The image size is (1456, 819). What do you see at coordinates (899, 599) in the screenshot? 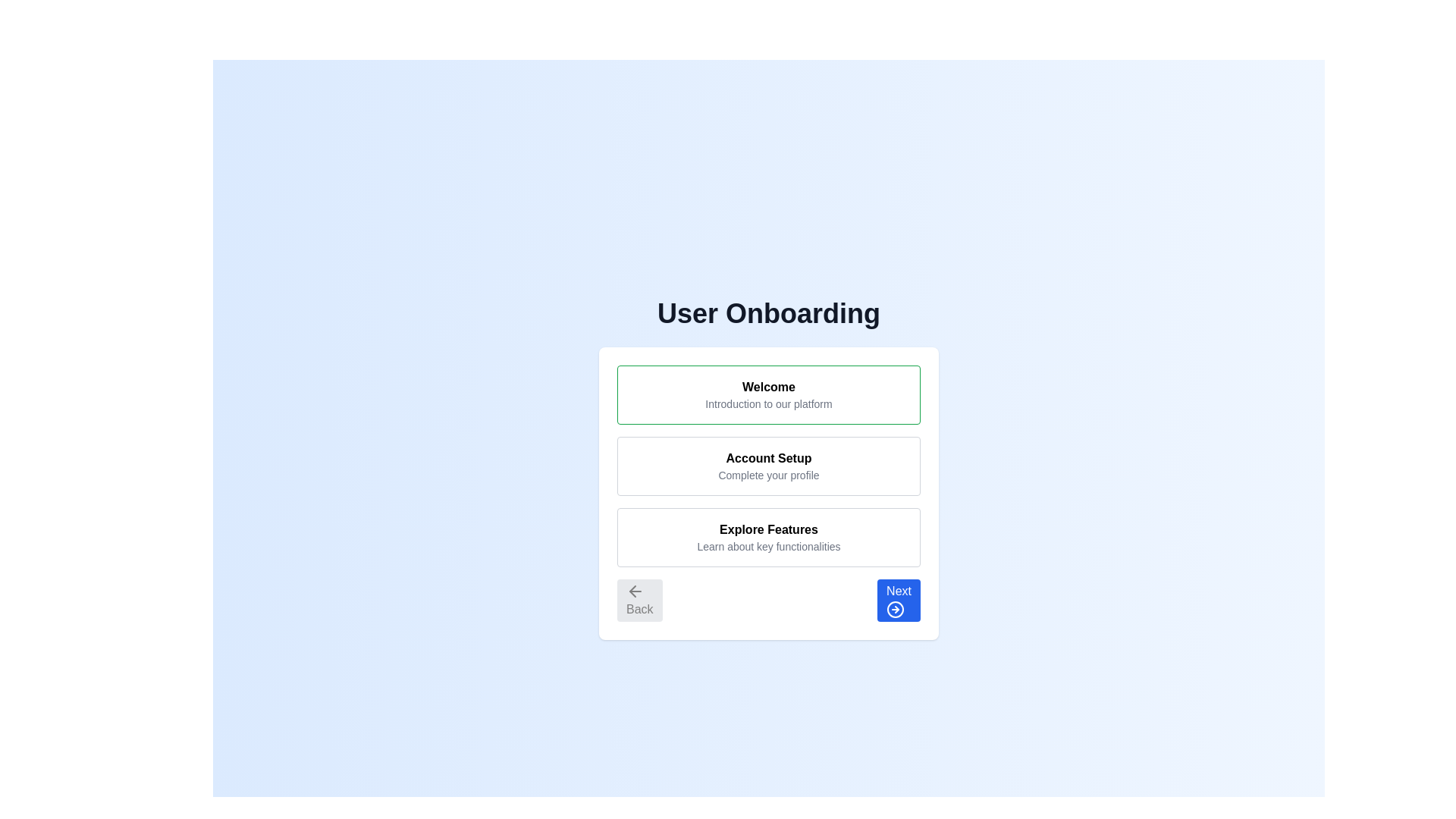
I see `the 'Next' button to advance to the next step` at bounding box center [899, 599].